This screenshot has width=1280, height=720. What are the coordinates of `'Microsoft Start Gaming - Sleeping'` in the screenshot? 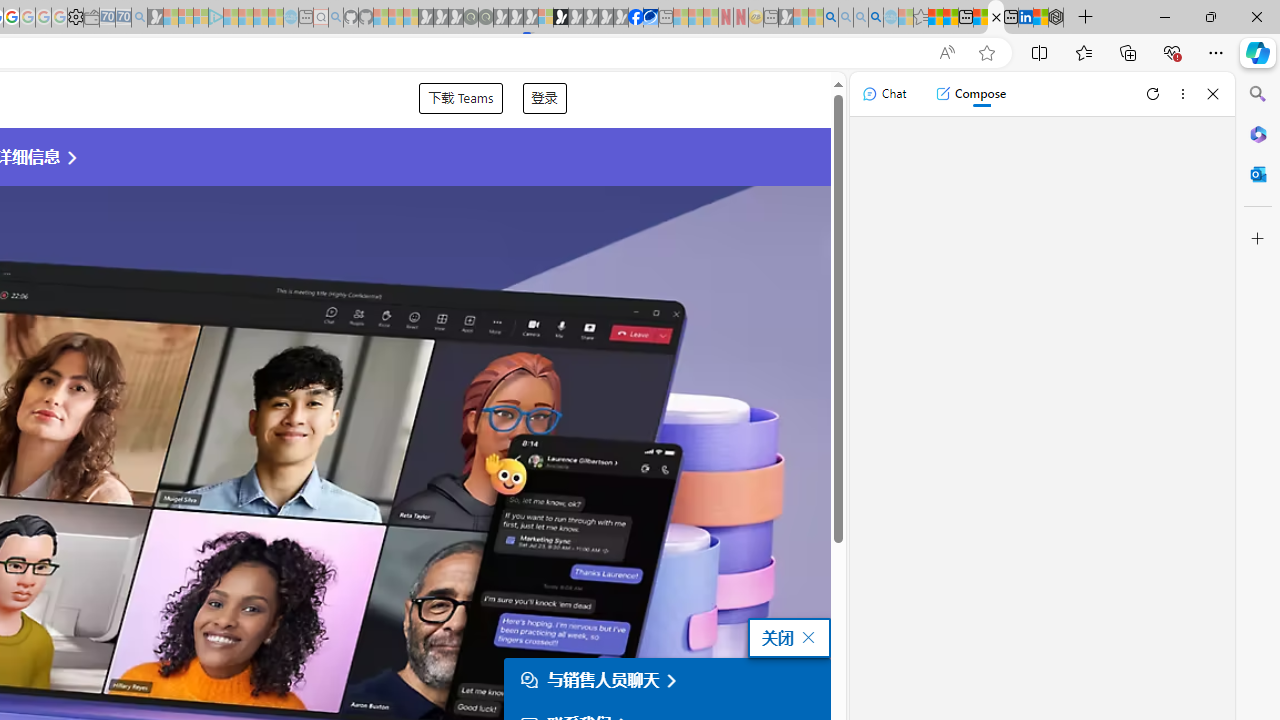 It's located at (154, 17).